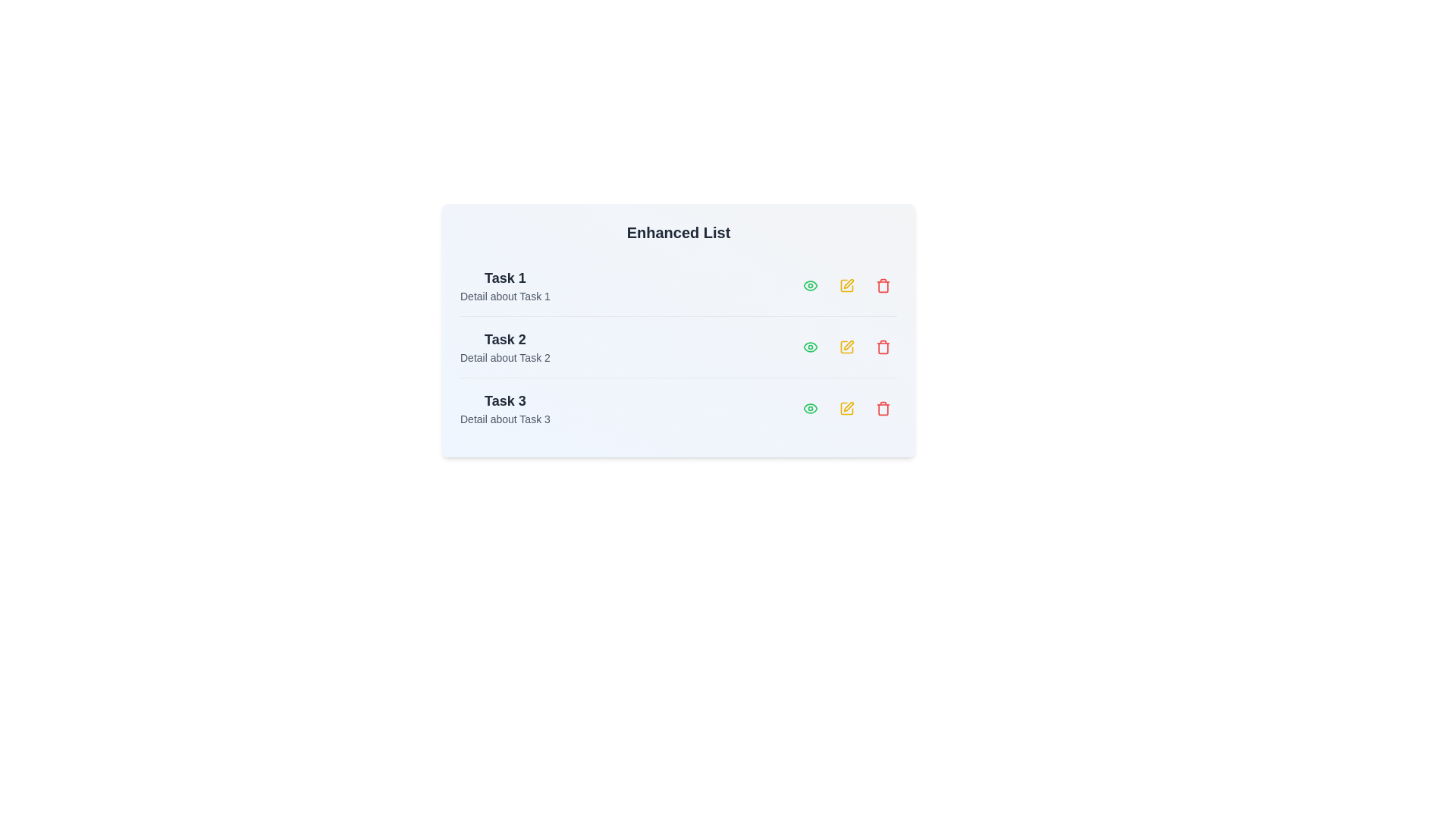 The width and height of the screenshot is (1456, 819). What do you see at coordinates (883, 286) in the screenshot?
I see `the 'Trash' icon corresponding to the task labeled 'Task 1'` at bounding box center [883, 286].